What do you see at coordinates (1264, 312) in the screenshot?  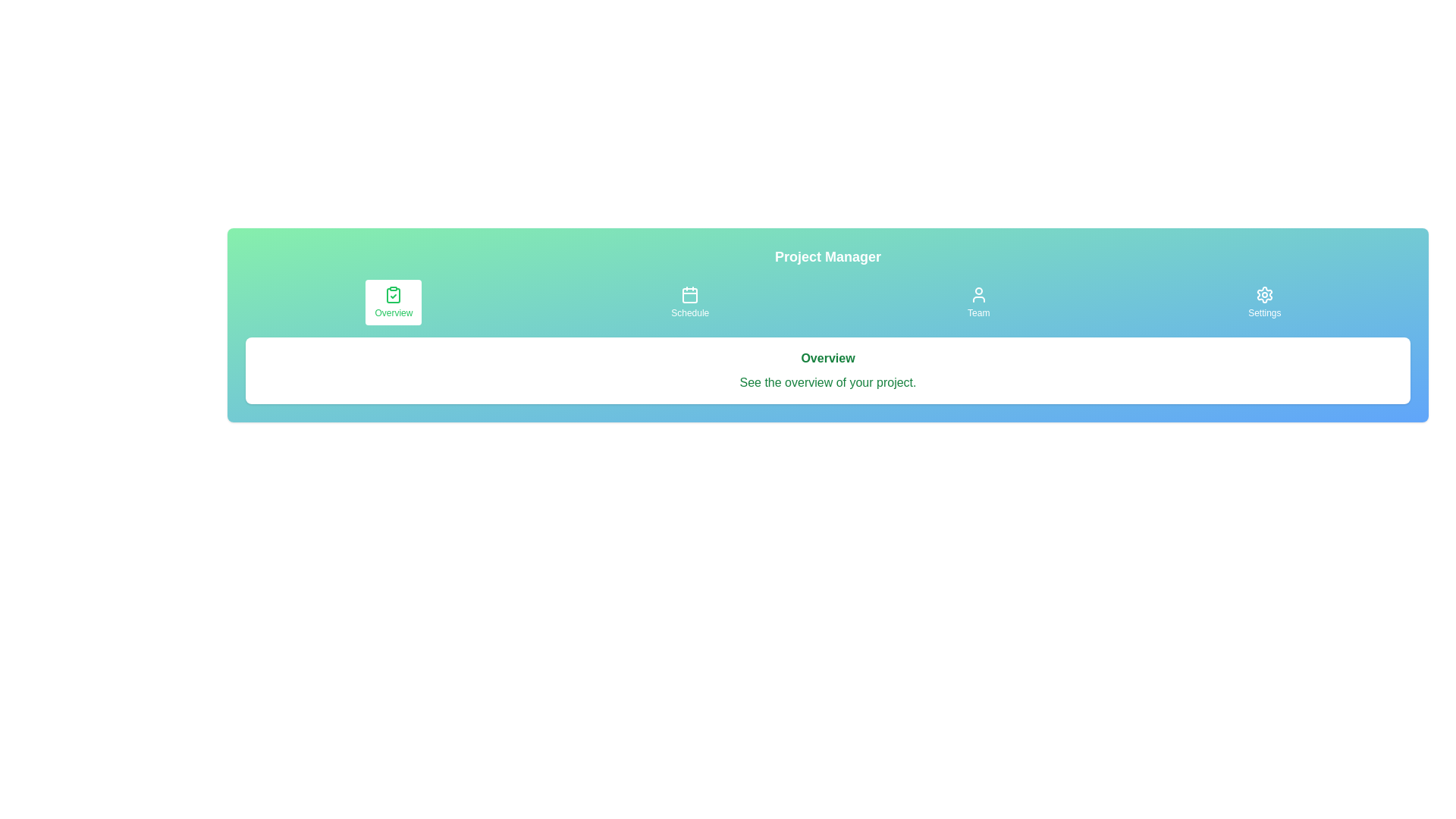 I see `the 'Settings' text label in the menu bar located in the top right section of the interface, which is styled in a small font size and positioned under a gear icon` at bounding box center [1264, 312].